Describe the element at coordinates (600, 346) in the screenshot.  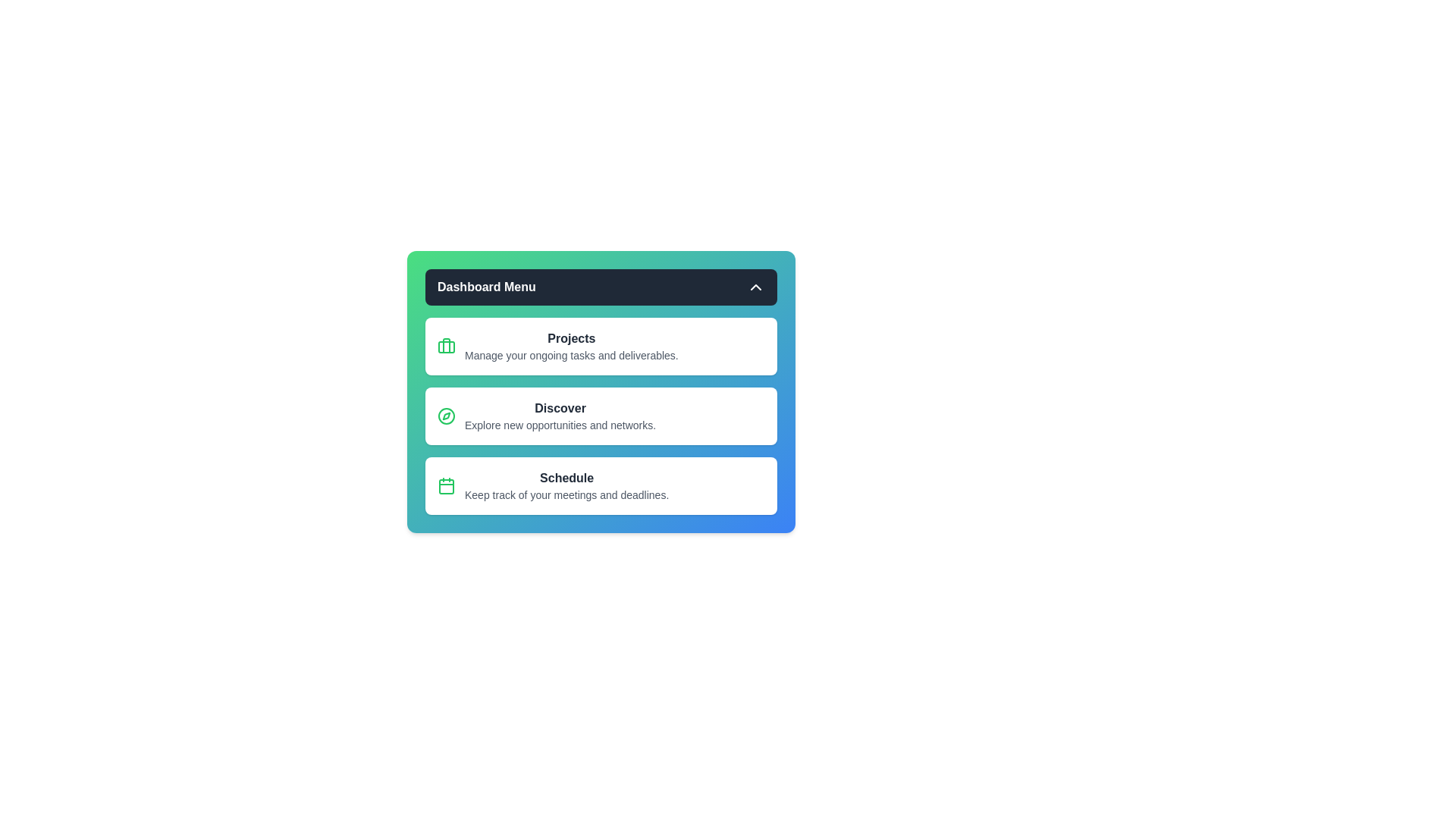
I see `the menu item Projects to observe its hover effect` at that location.